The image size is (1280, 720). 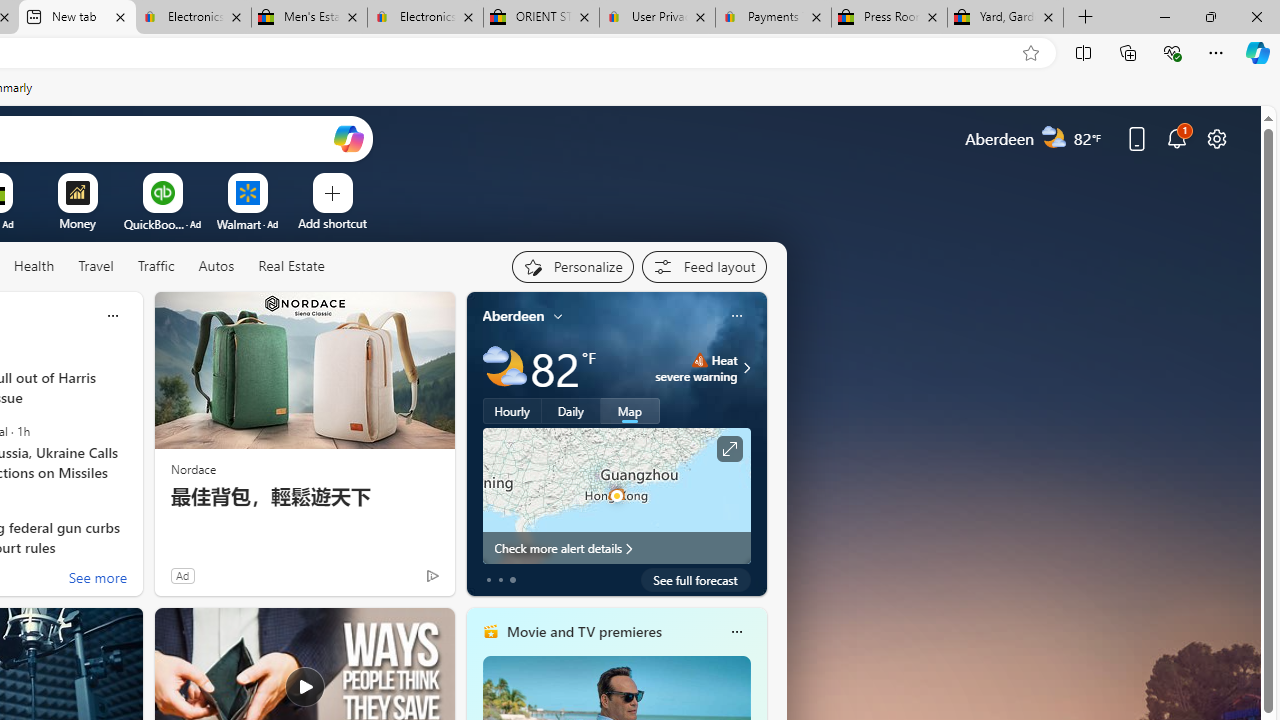 I want to click on 'Real Estate', so click(x=290, y=265).